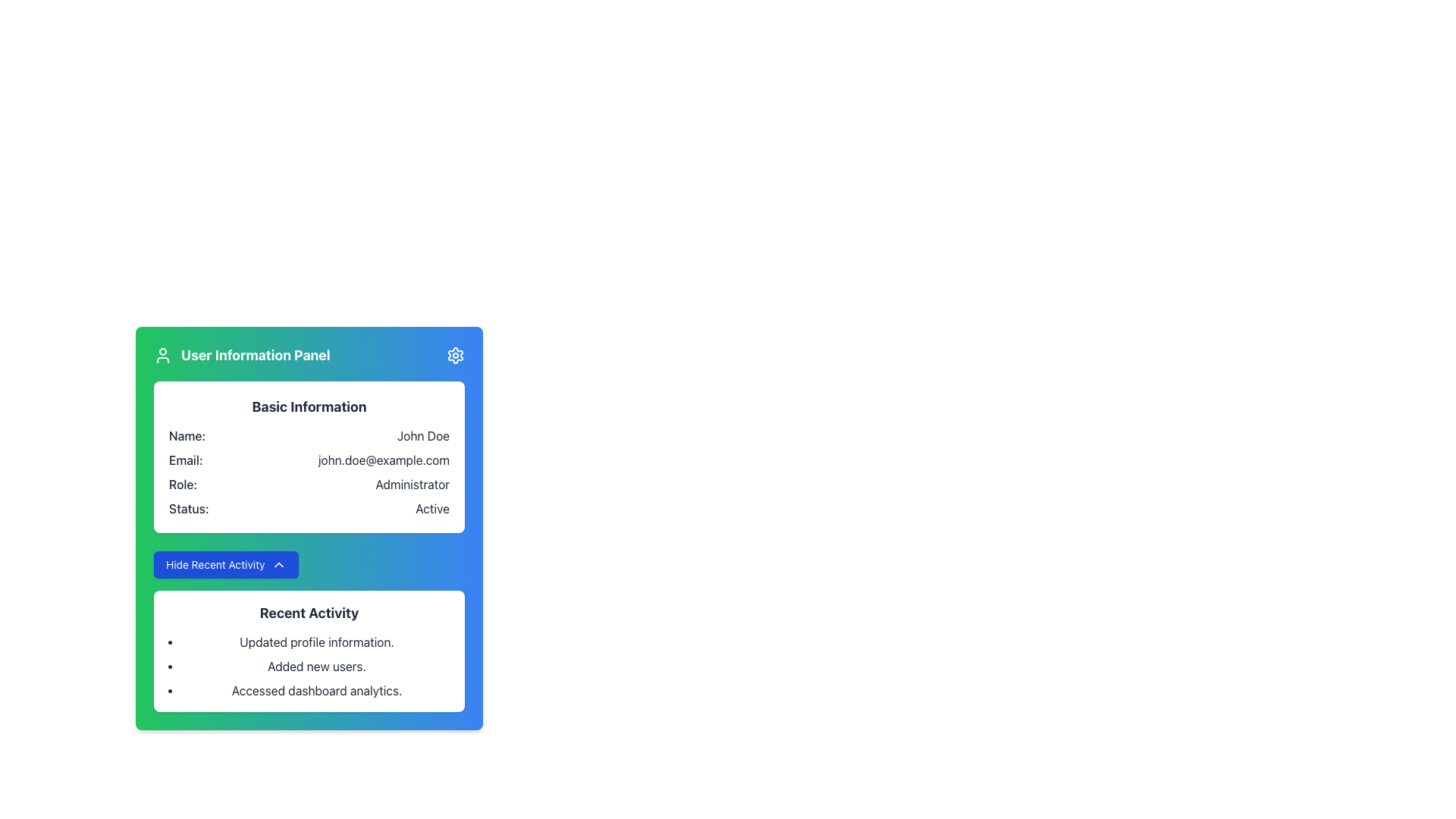 The image size is (1456, 819). What do you see at coordinates (185, 459) in the screenshot?
I see `the email label in the 'Basic Information' section of the 'User Information Panel', which is positioned to the left of the email address 'john.doe@example.com'` at bounding box center [185, 459].